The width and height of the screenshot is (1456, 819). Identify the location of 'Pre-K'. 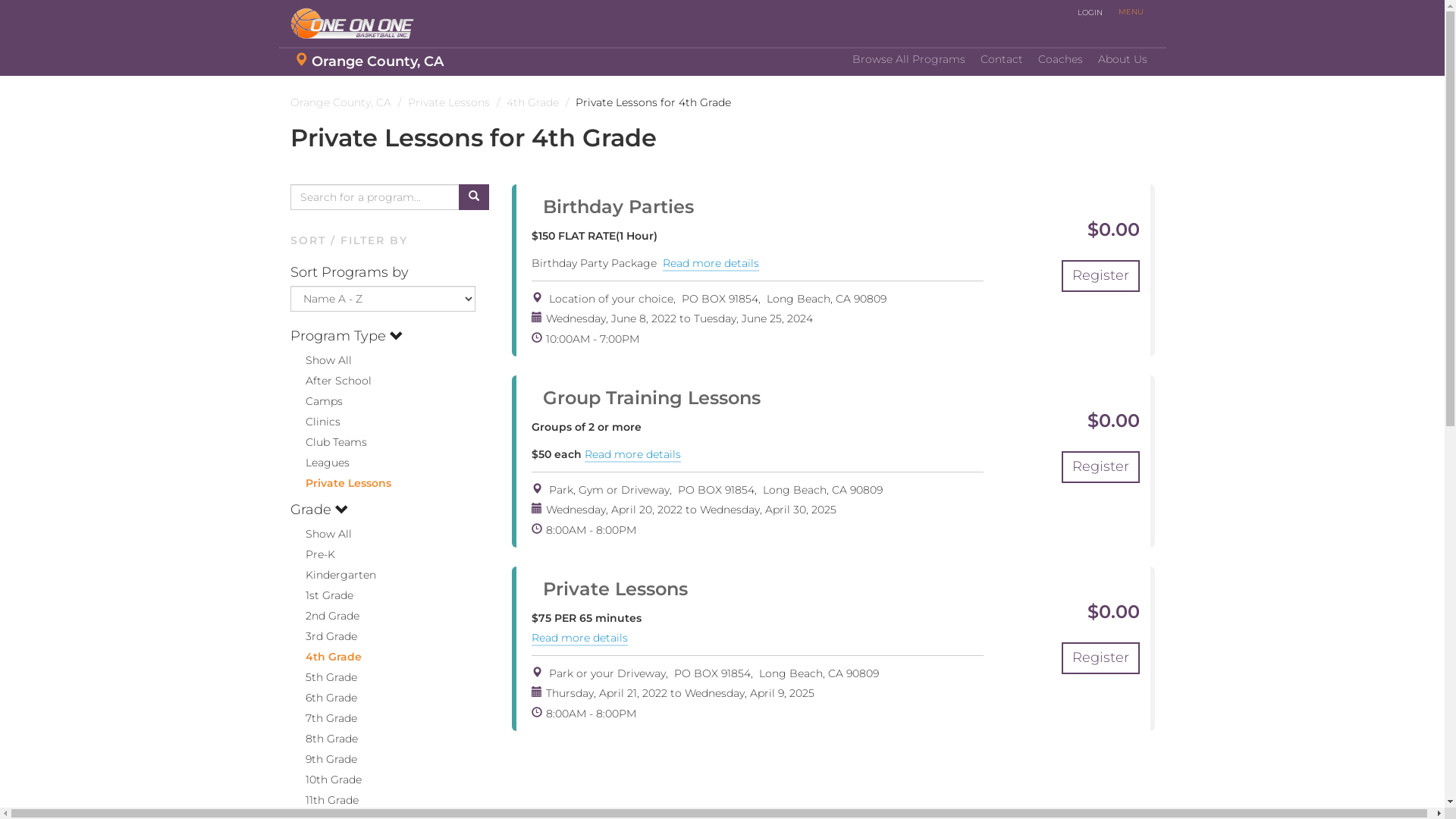
(311, 554).